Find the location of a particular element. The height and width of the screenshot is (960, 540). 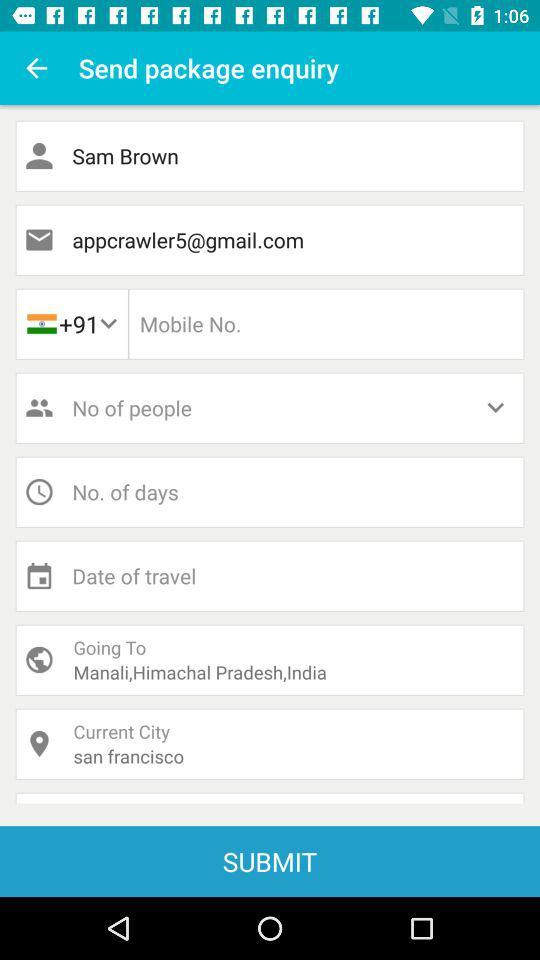

sam brown is located at coordinates (270, 155).